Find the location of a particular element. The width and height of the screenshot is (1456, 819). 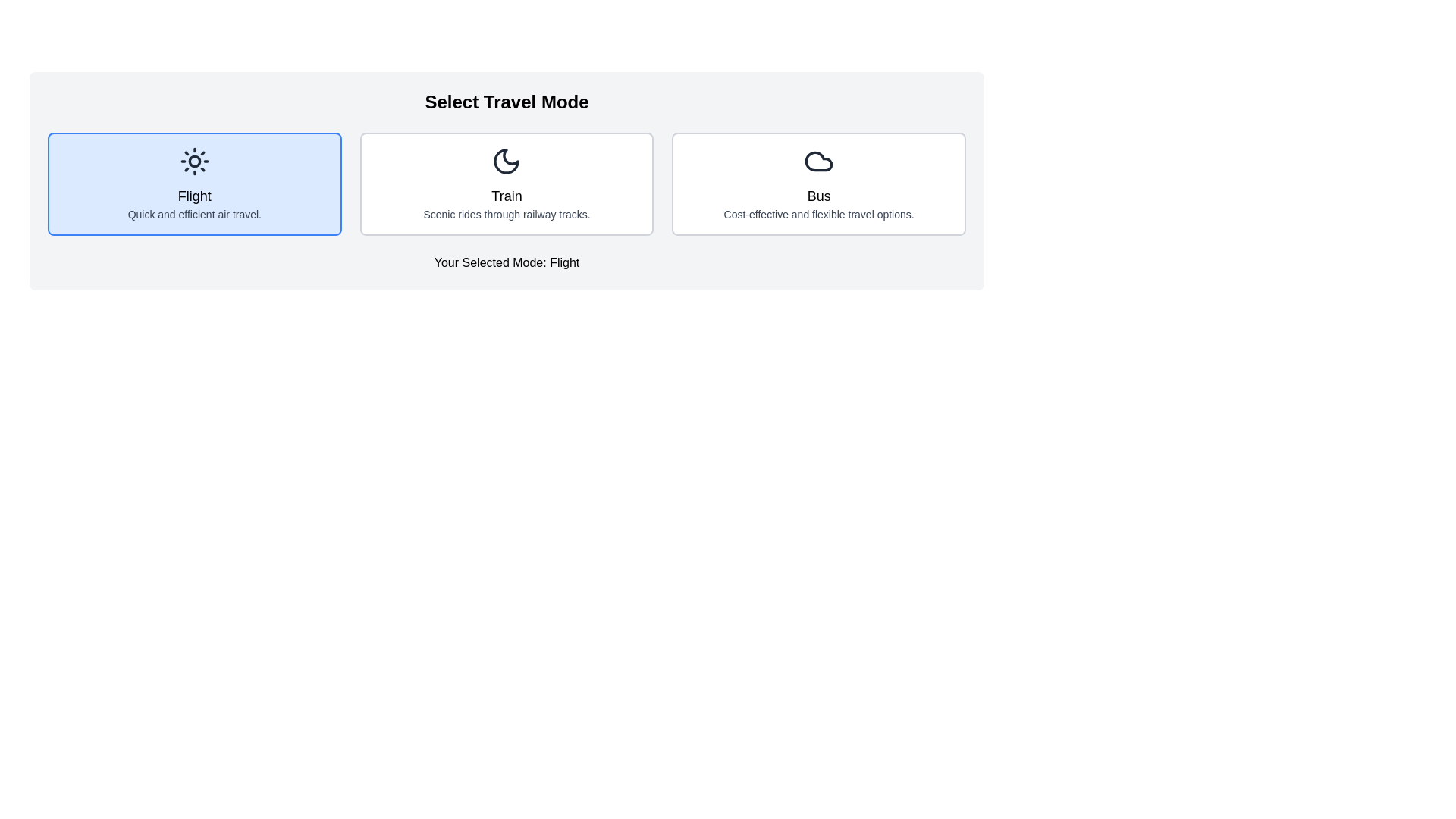

the text display element that shows the word 'Flight', which is part of the label indicating the currently selected travel mode is located at coordinates (562, 262).